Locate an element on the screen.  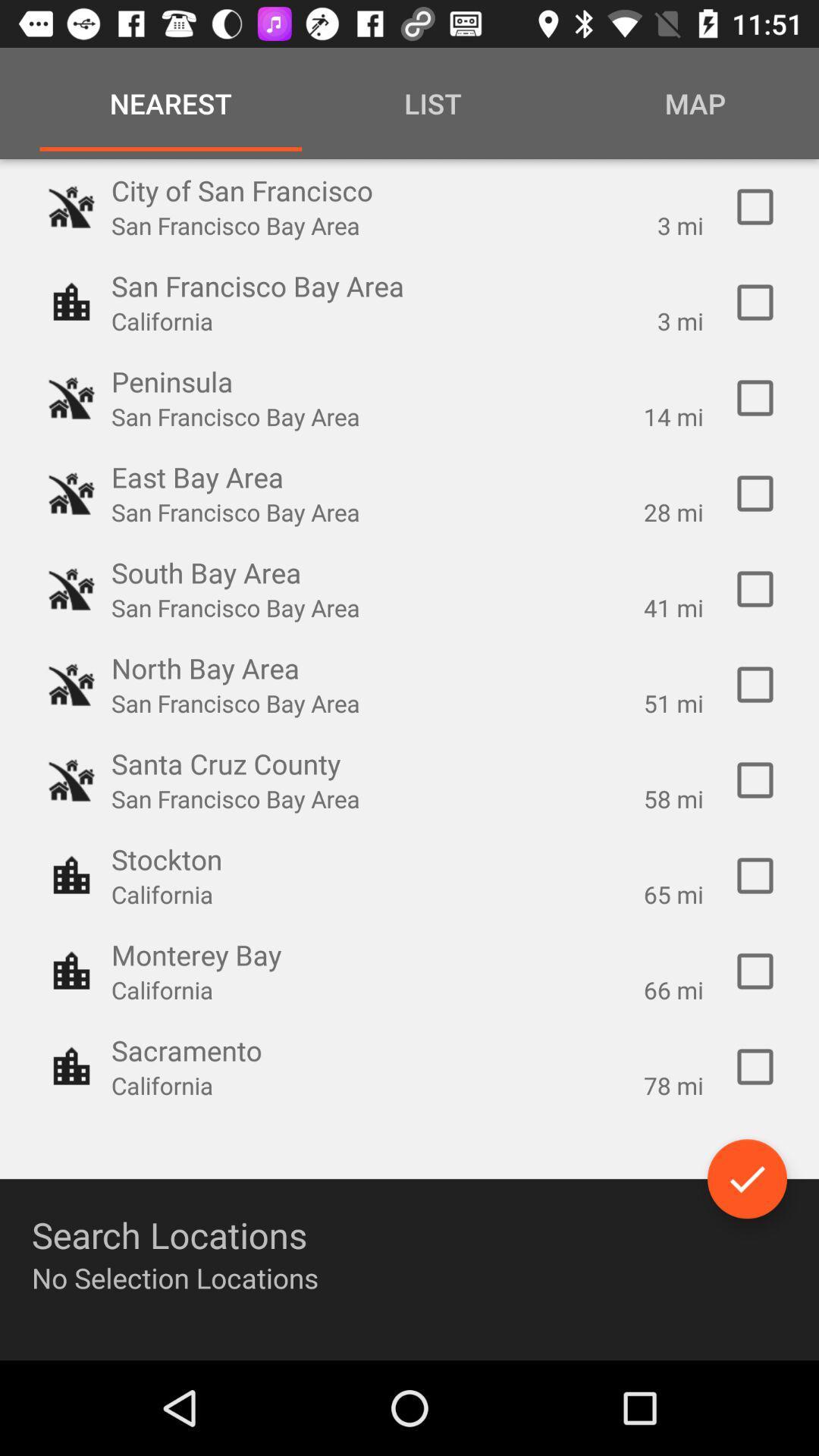
checked location to list of search locations is located at coordinates (755, 780).